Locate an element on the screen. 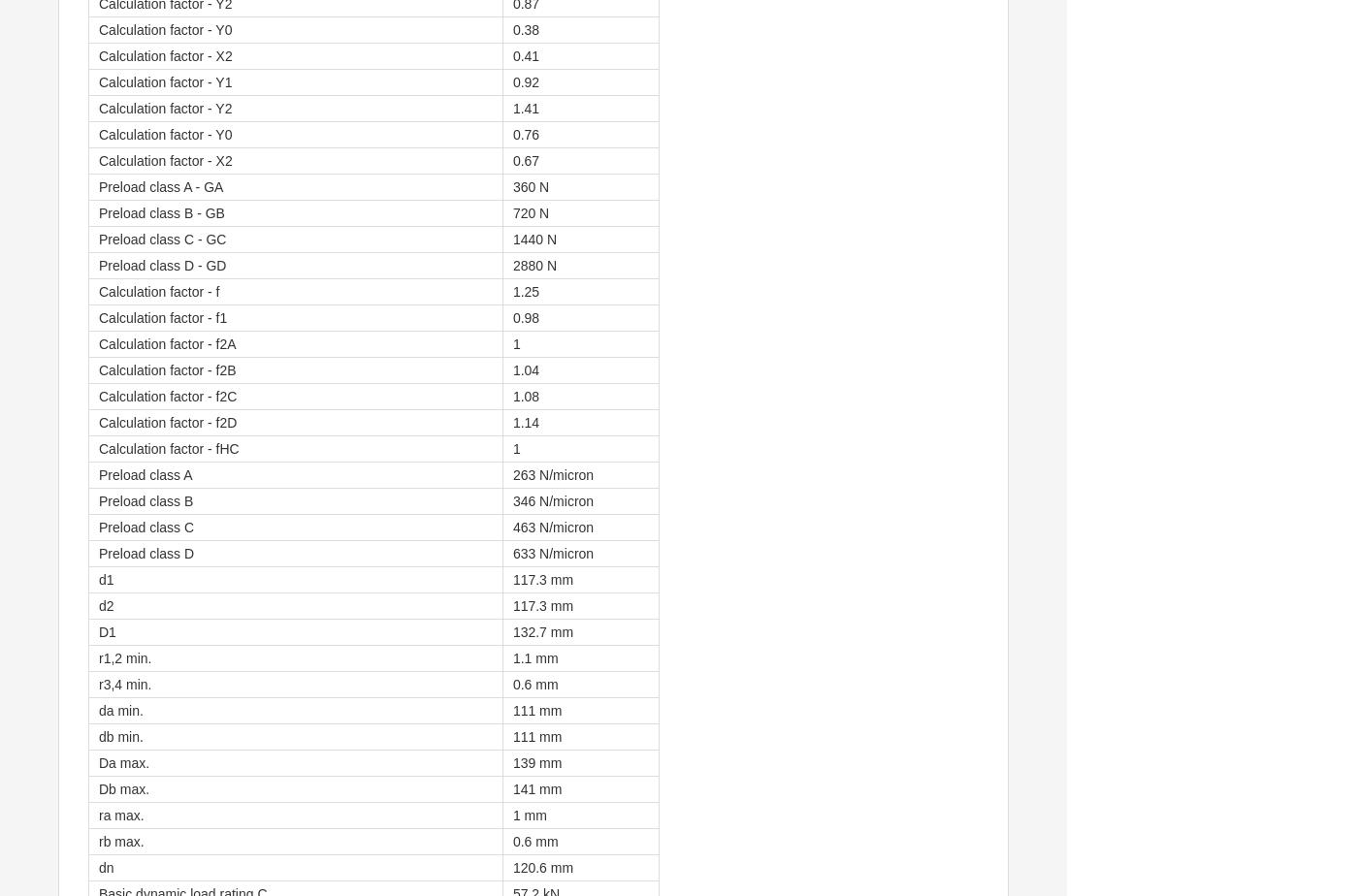 The image size is (1359, 896). '0.67' is located at coordinates (525, 161).